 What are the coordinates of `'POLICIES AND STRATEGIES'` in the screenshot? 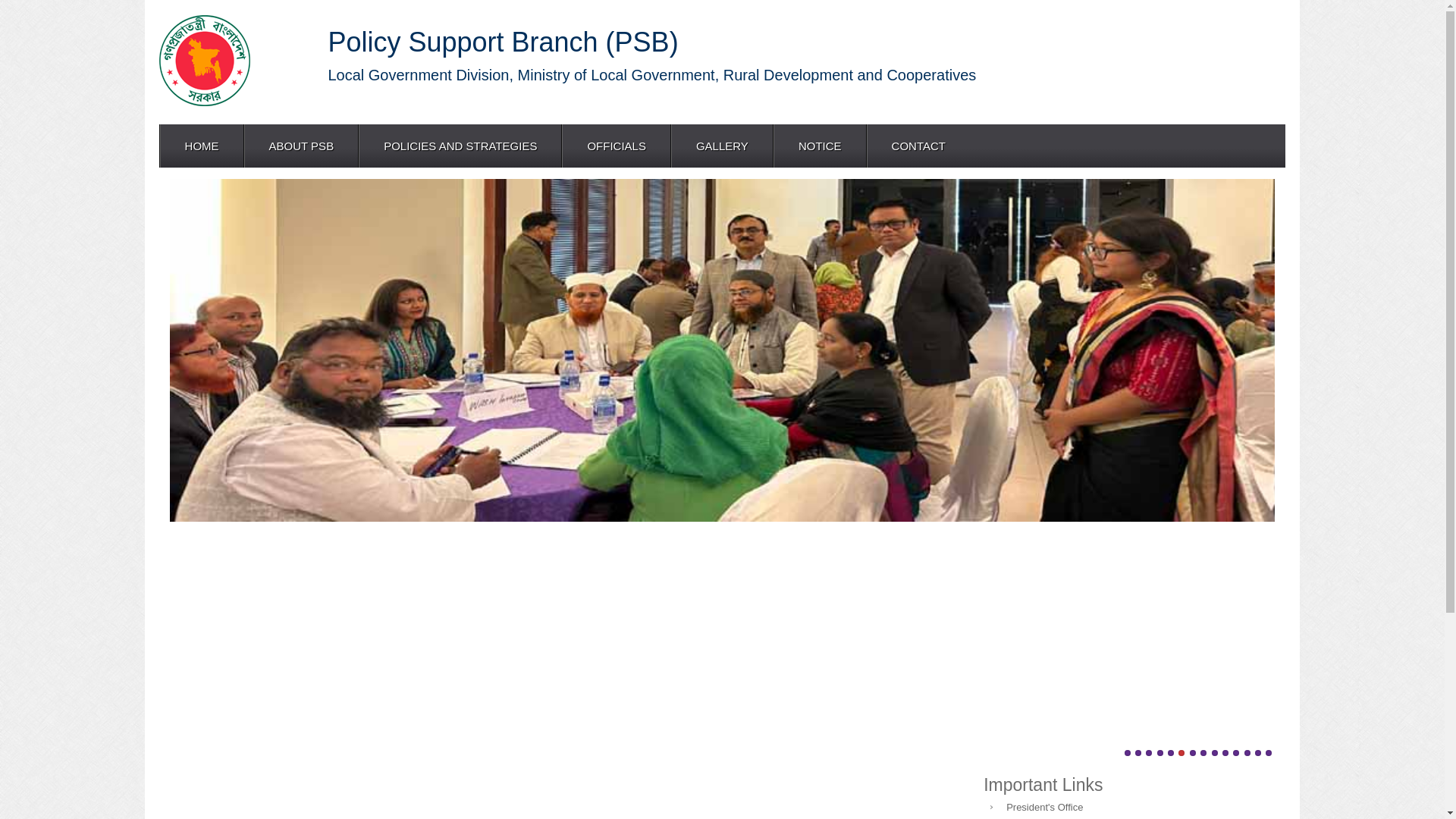 It's located at (458, 146).